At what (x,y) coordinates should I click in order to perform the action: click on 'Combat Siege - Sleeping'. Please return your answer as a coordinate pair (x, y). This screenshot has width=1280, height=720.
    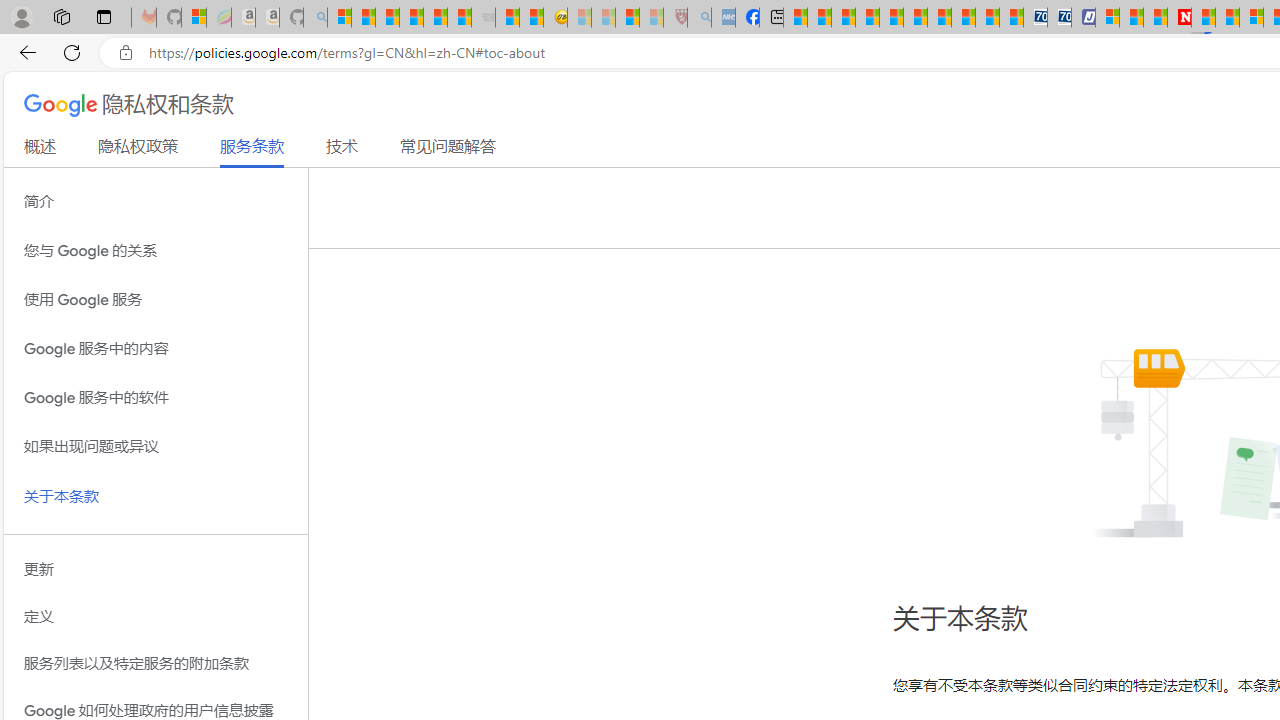
    Looking at the image, I should click on (483, 17).